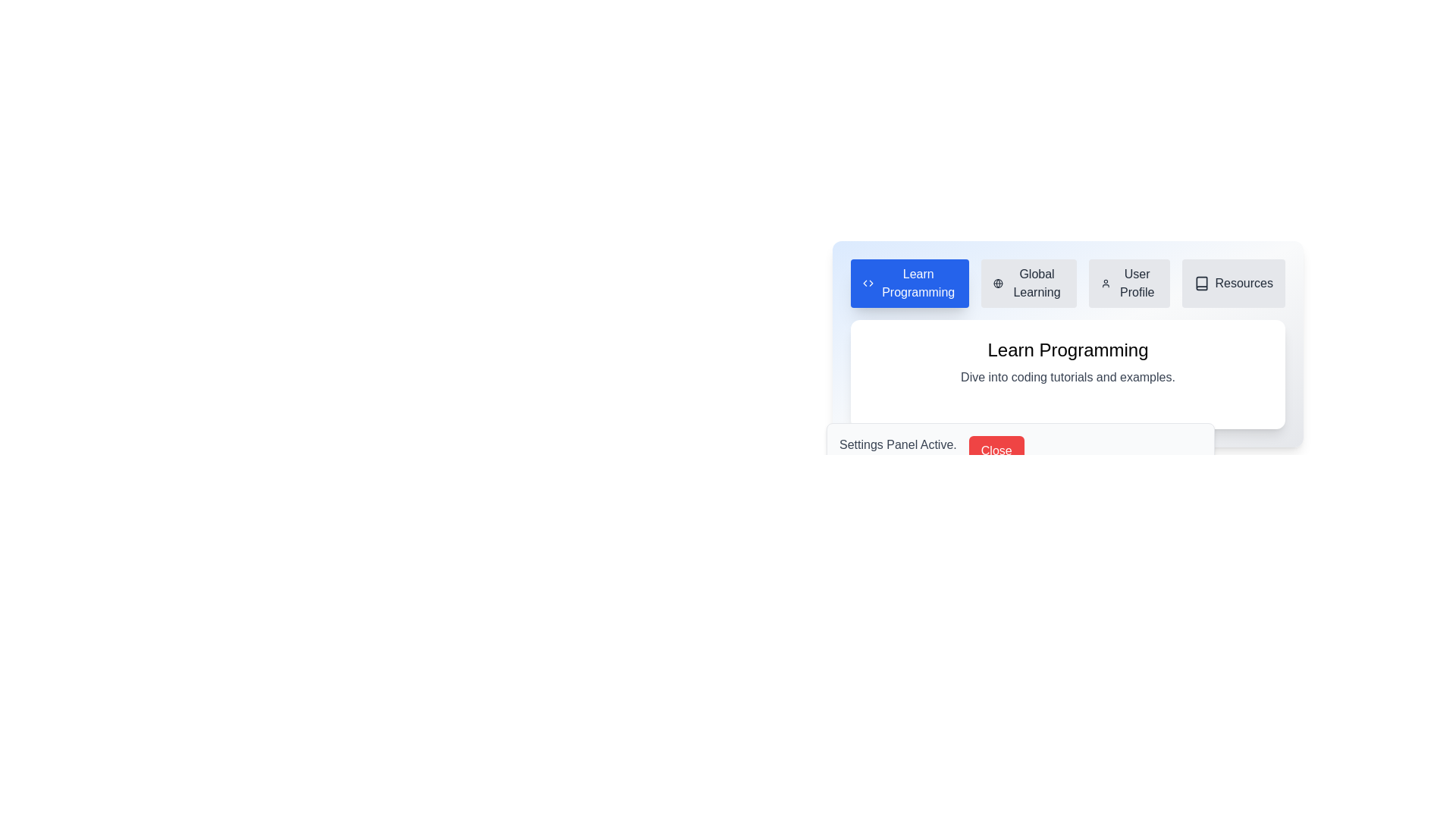 This screenshot has width=1456, height=819. What do you see at coordinates (1029, 284) in the screenshot?
I see `the tab labeled Global Learning` at bounding box center [1029, 284].